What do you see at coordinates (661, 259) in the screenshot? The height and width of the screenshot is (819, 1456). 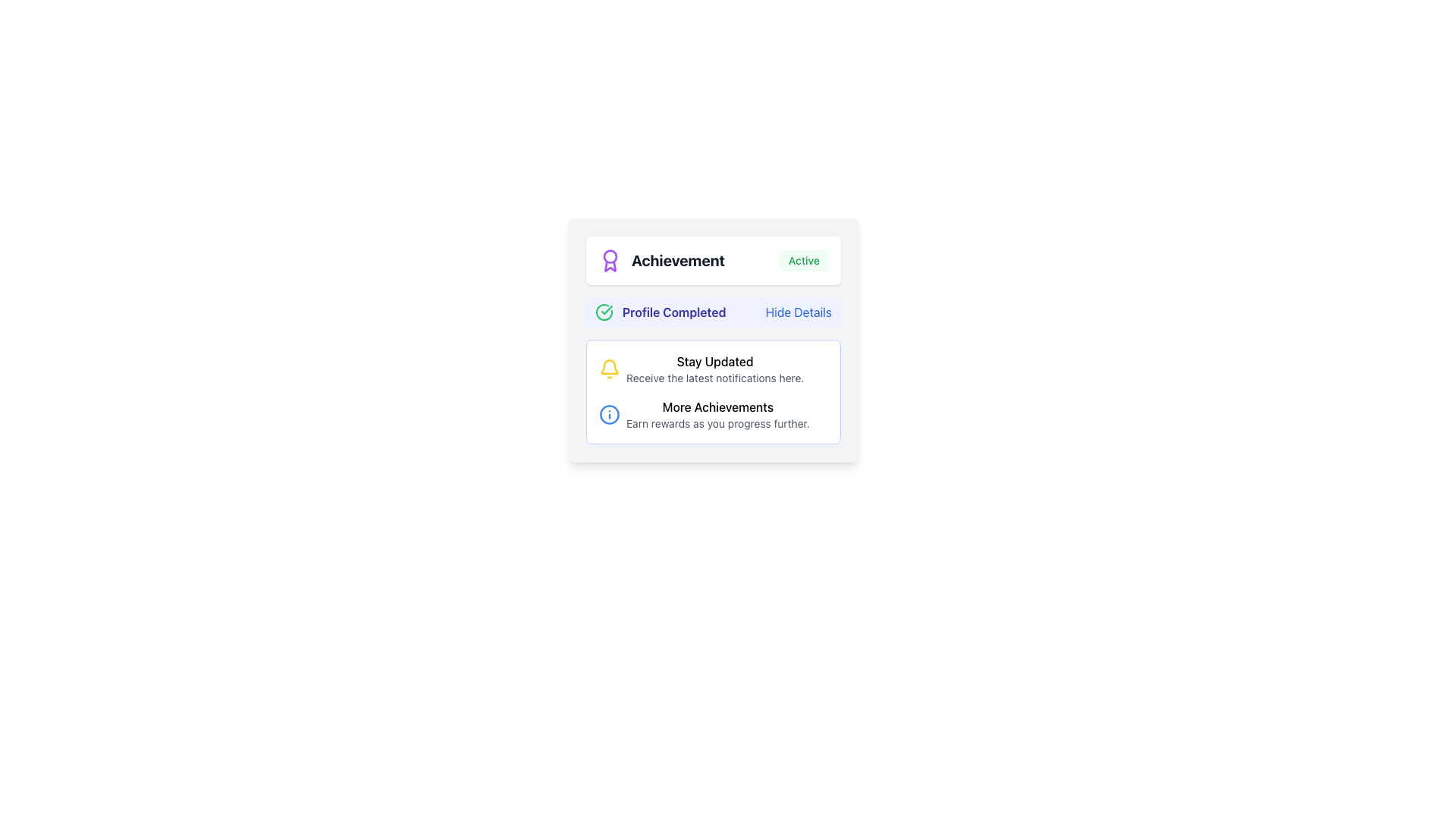 I see `label 'Achievement' which is displayed in bold with a circular ribbon icon, located on the top-left corner of a white rectangular card` at bounding box center [661, 259].